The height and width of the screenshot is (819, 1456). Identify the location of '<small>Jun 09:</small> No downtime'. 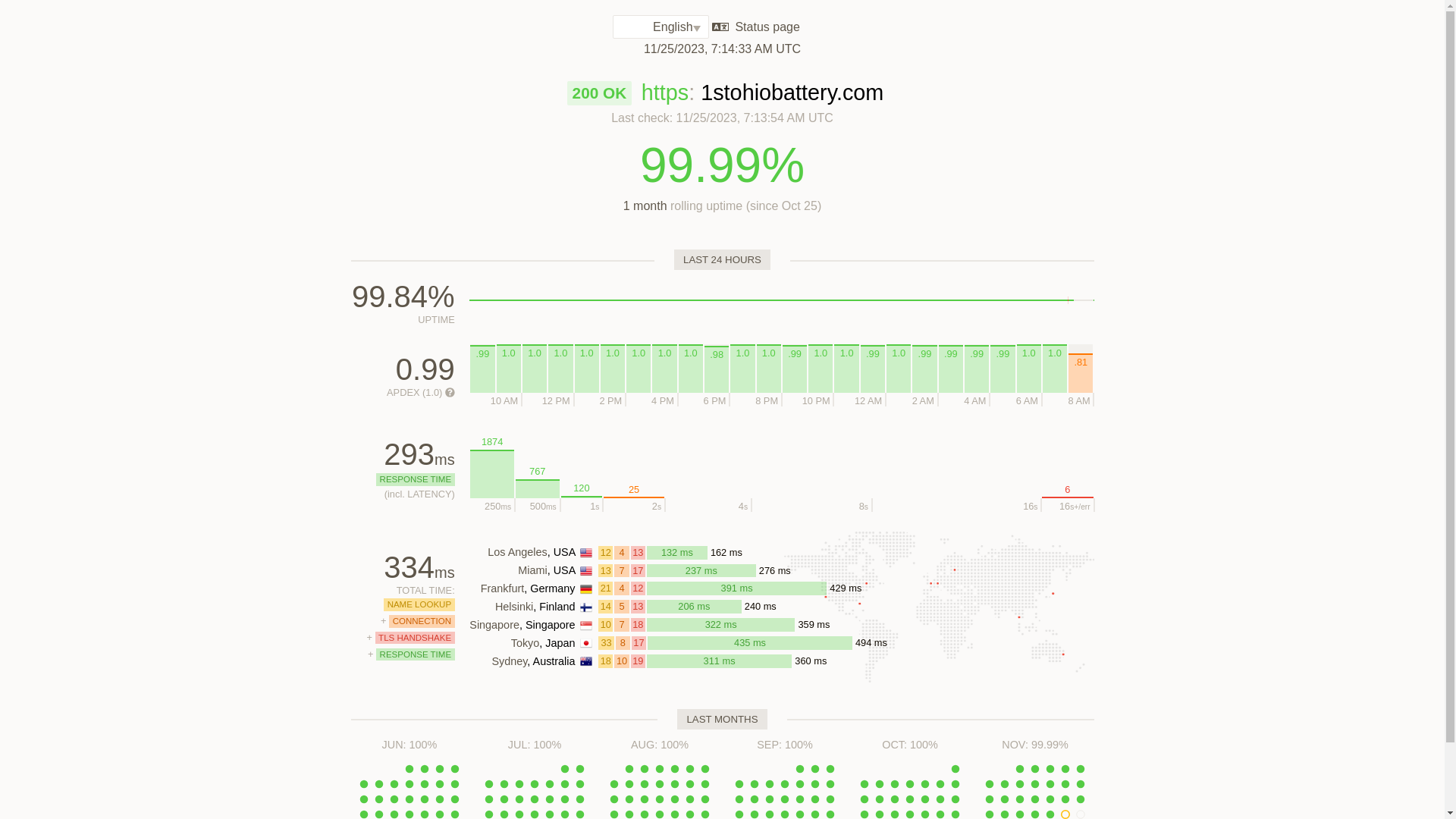
(425, 783).